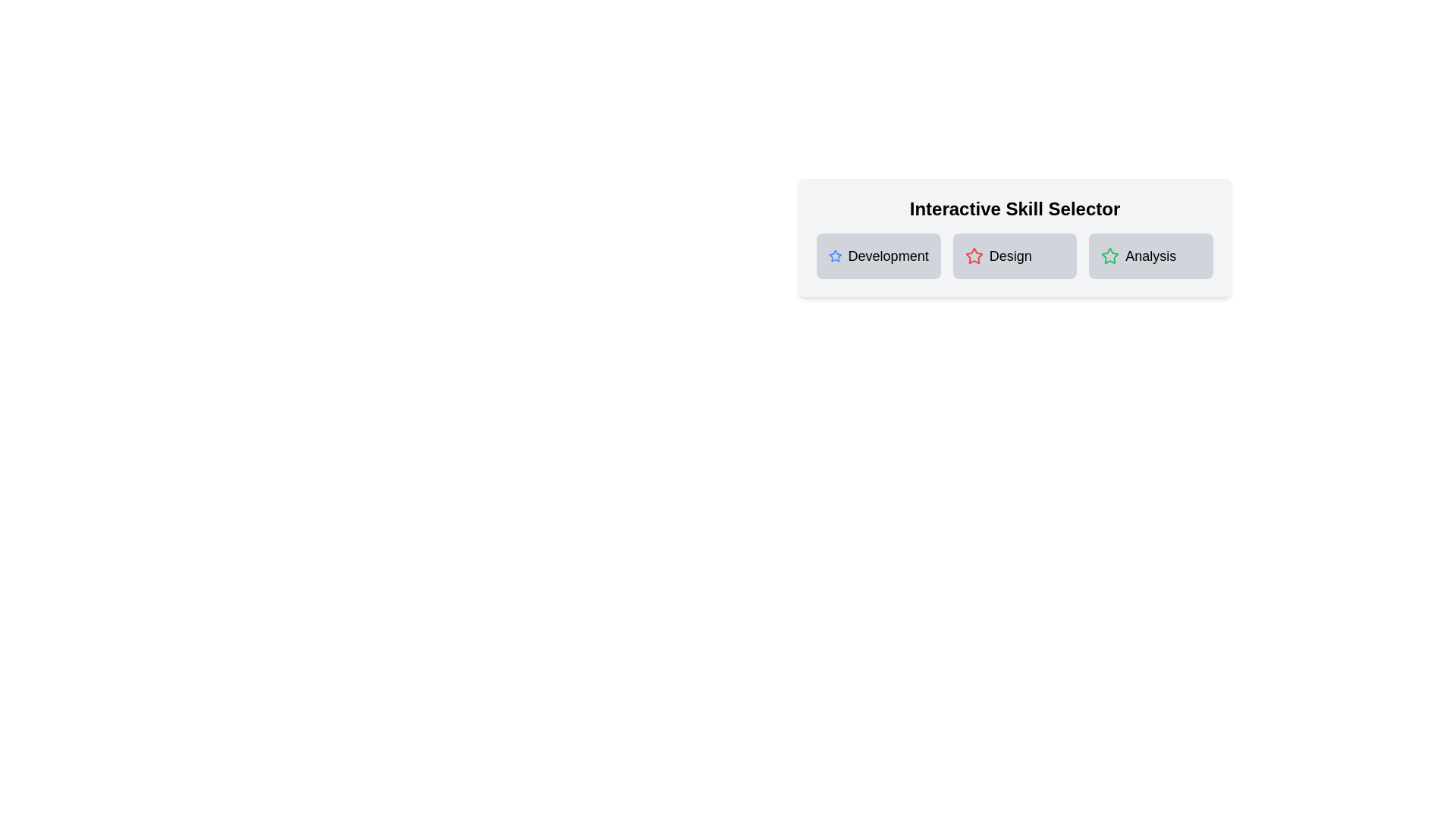  What do you see at coordinates (878, 256) in the screenshot?
I see `the skill card to toggle its selection state. Specify the skill name as Development` at bounding box center [878, 256].